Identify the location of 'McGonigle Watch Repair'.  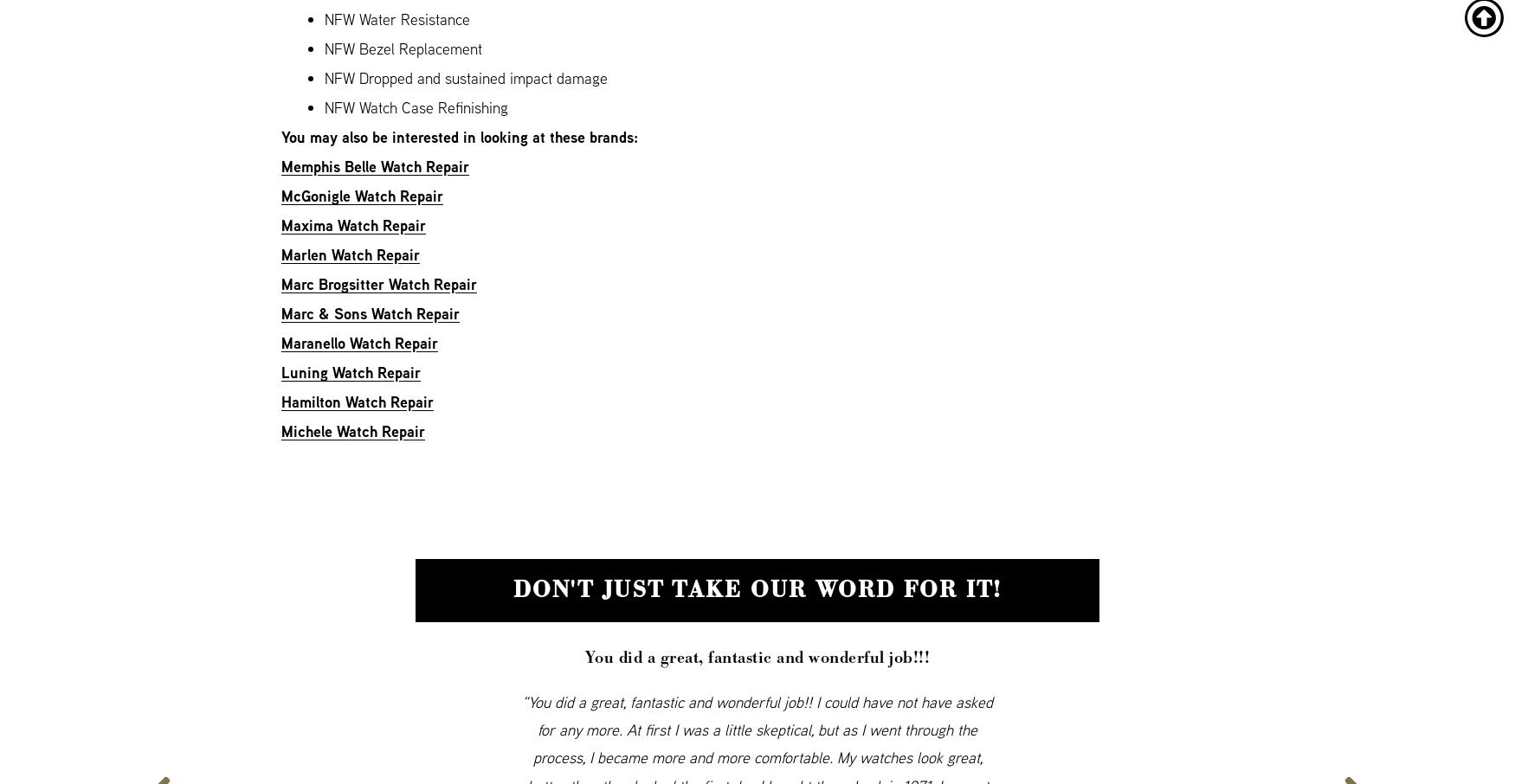
(361, 195).